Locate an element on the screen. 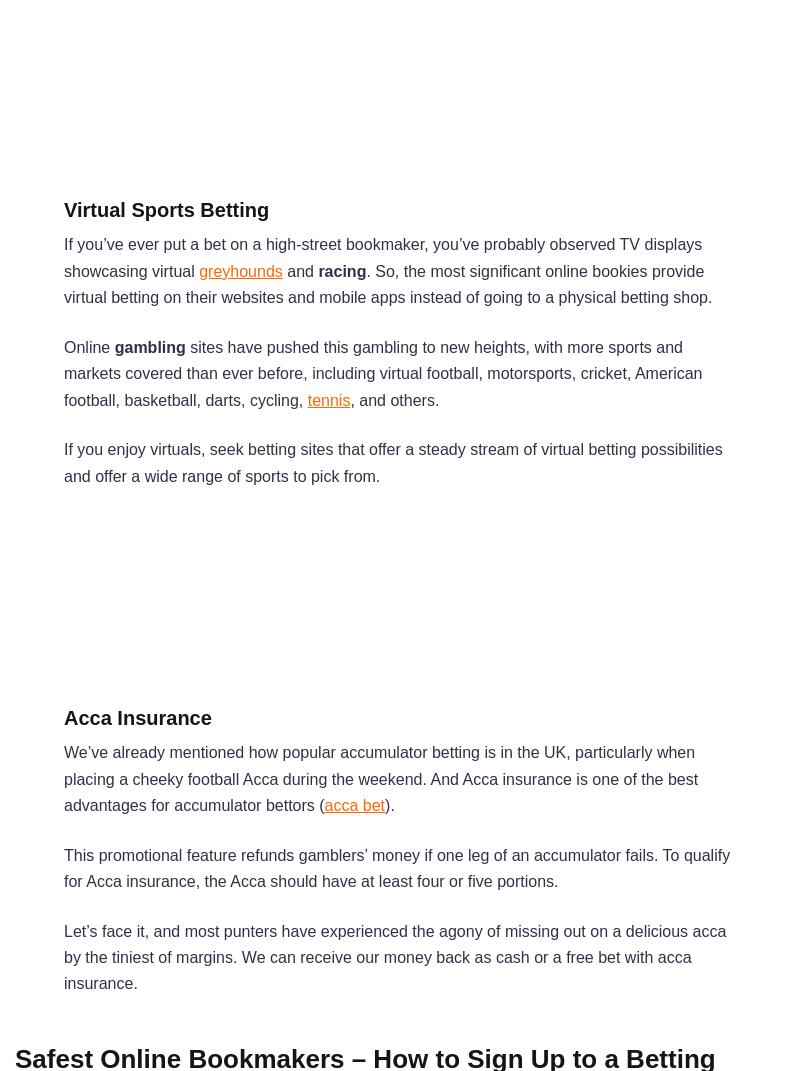 Image resolution: width=800 pixels, height=1071 pixels. 'and' is located at coordinates (300, 270).